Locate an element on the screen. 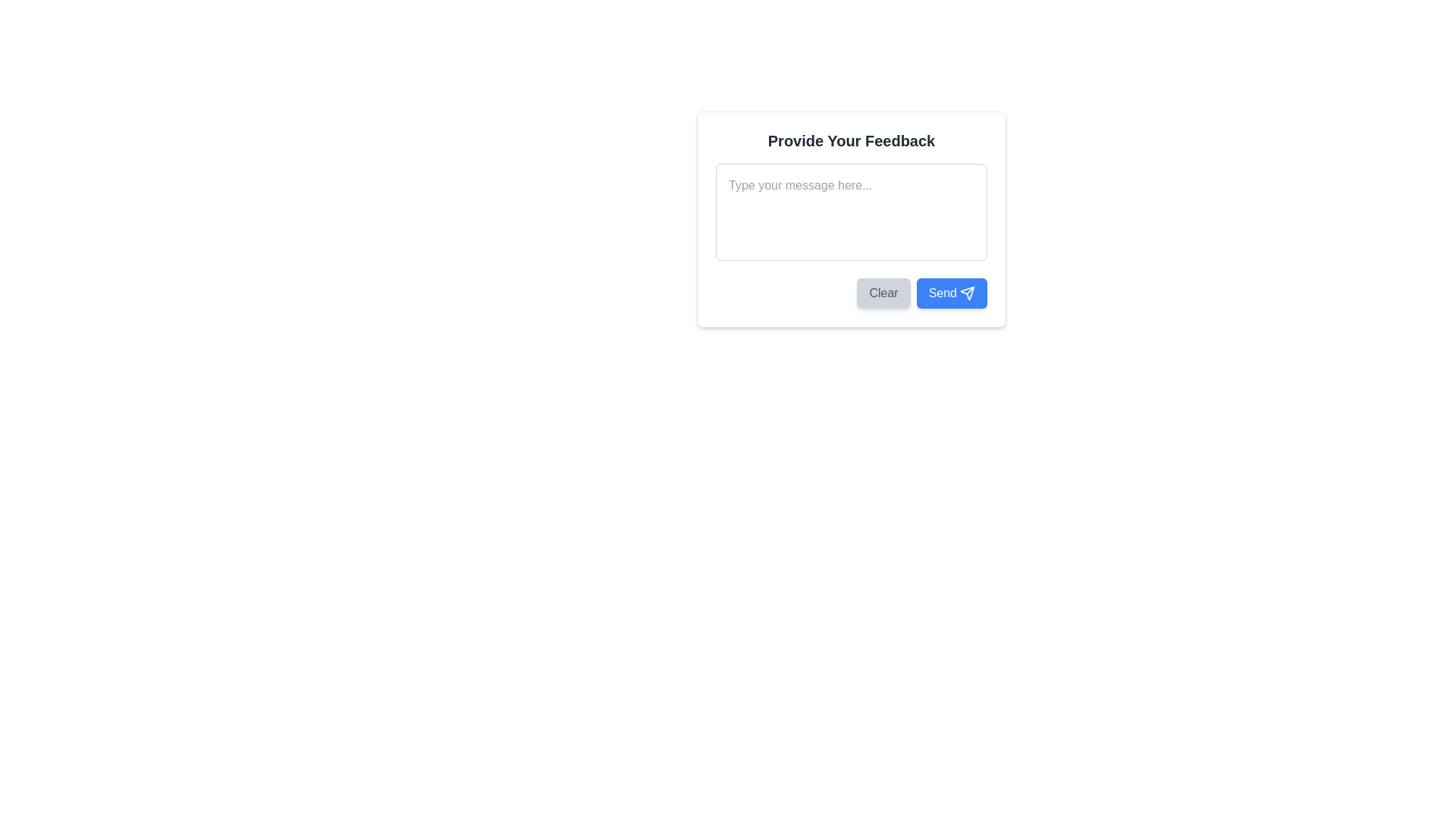 The height and width of the screenshot is (819, 1456). the clear button located in the bottom-right area of the interface is located at coordinates (883, 293).